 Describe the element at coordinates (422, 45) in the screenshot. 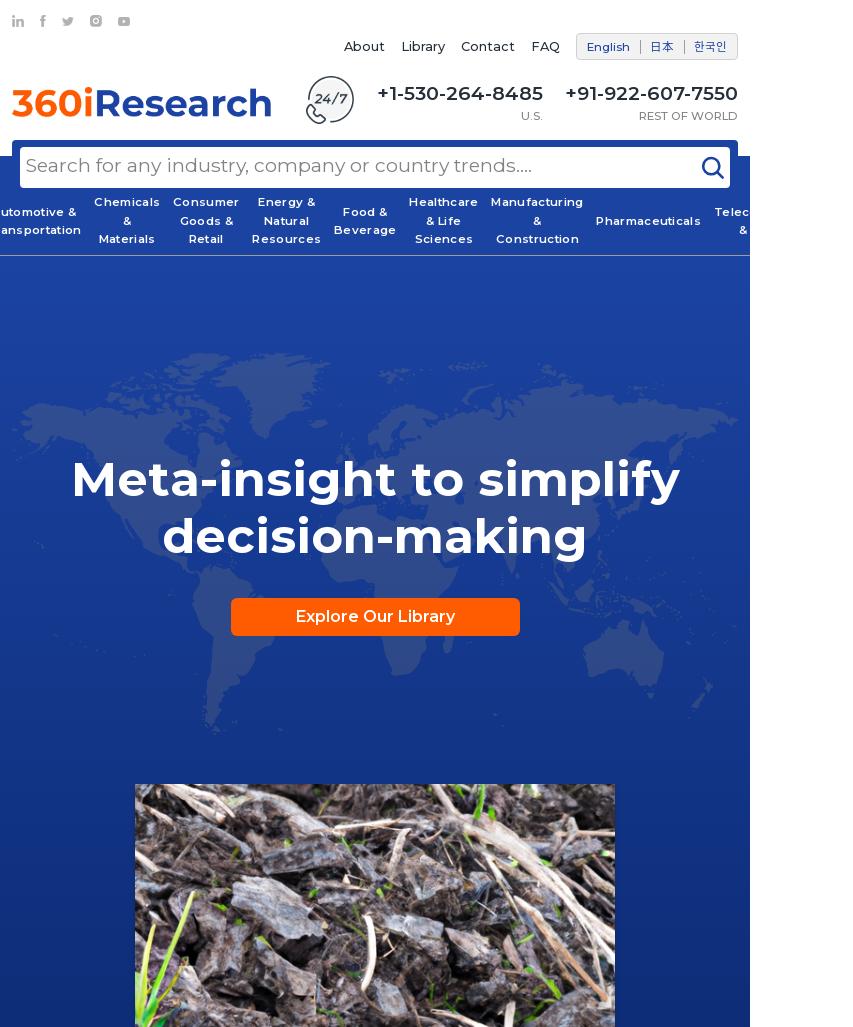

I see `'Library'` at that location.